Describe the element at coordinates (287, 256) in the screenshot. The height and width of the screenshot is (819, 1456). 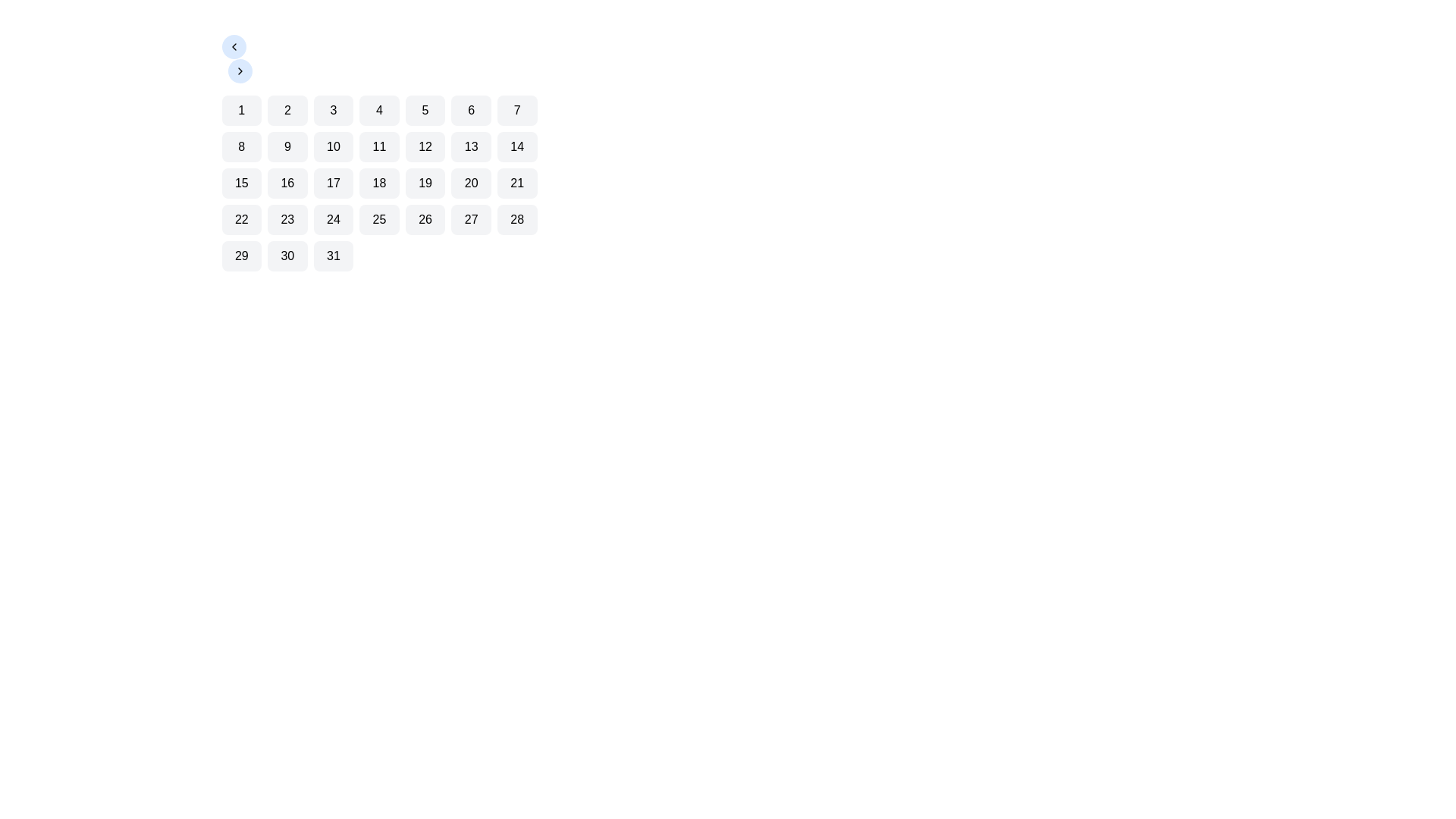
I see `the calendar day button representing the 30th day` at that location.